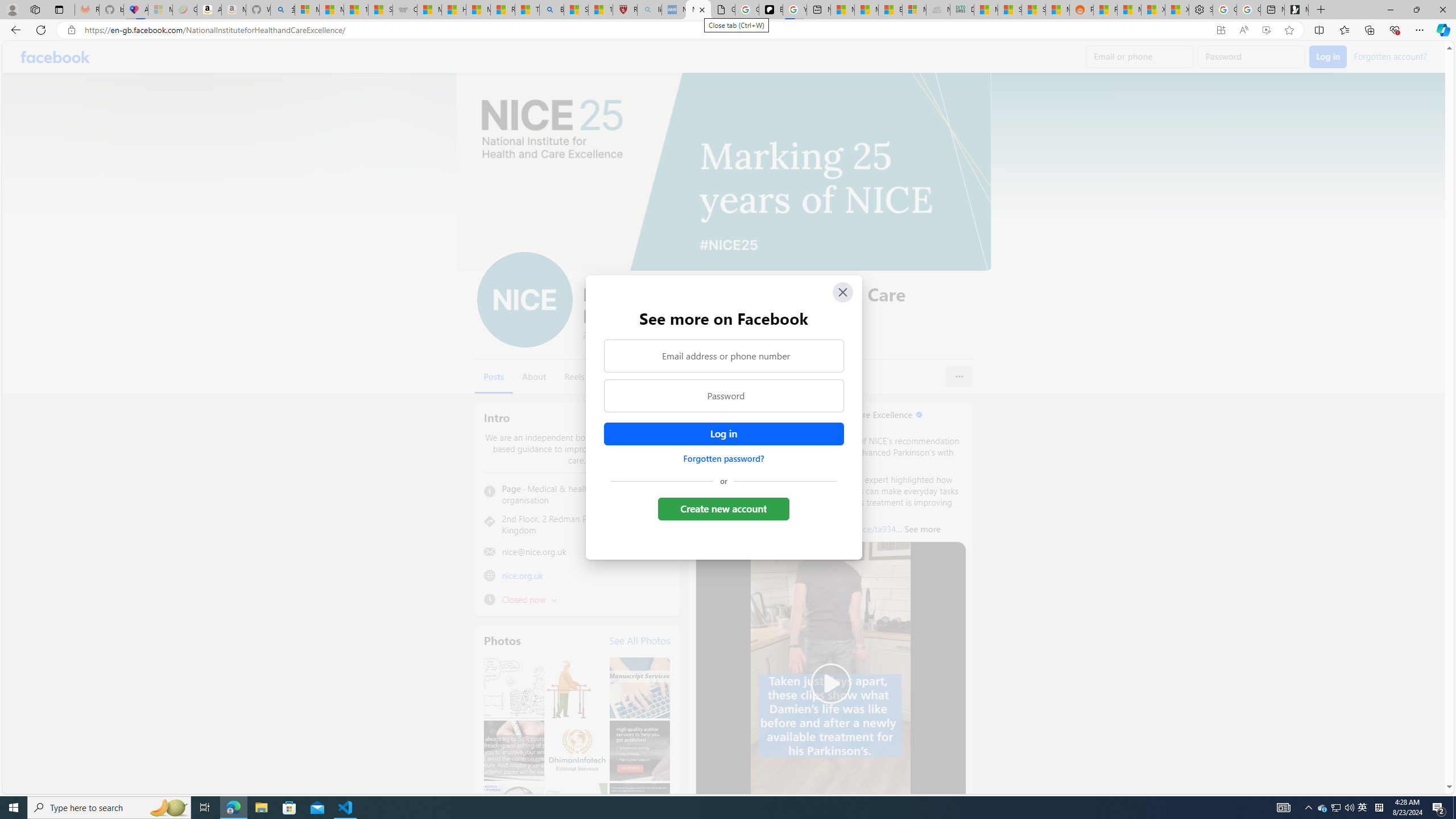 This screenshot has height=819, width=1456. Describe the element at coordinates (1220, 30) in the screenshot. I see `'App available. Install Facebook'` at that location.